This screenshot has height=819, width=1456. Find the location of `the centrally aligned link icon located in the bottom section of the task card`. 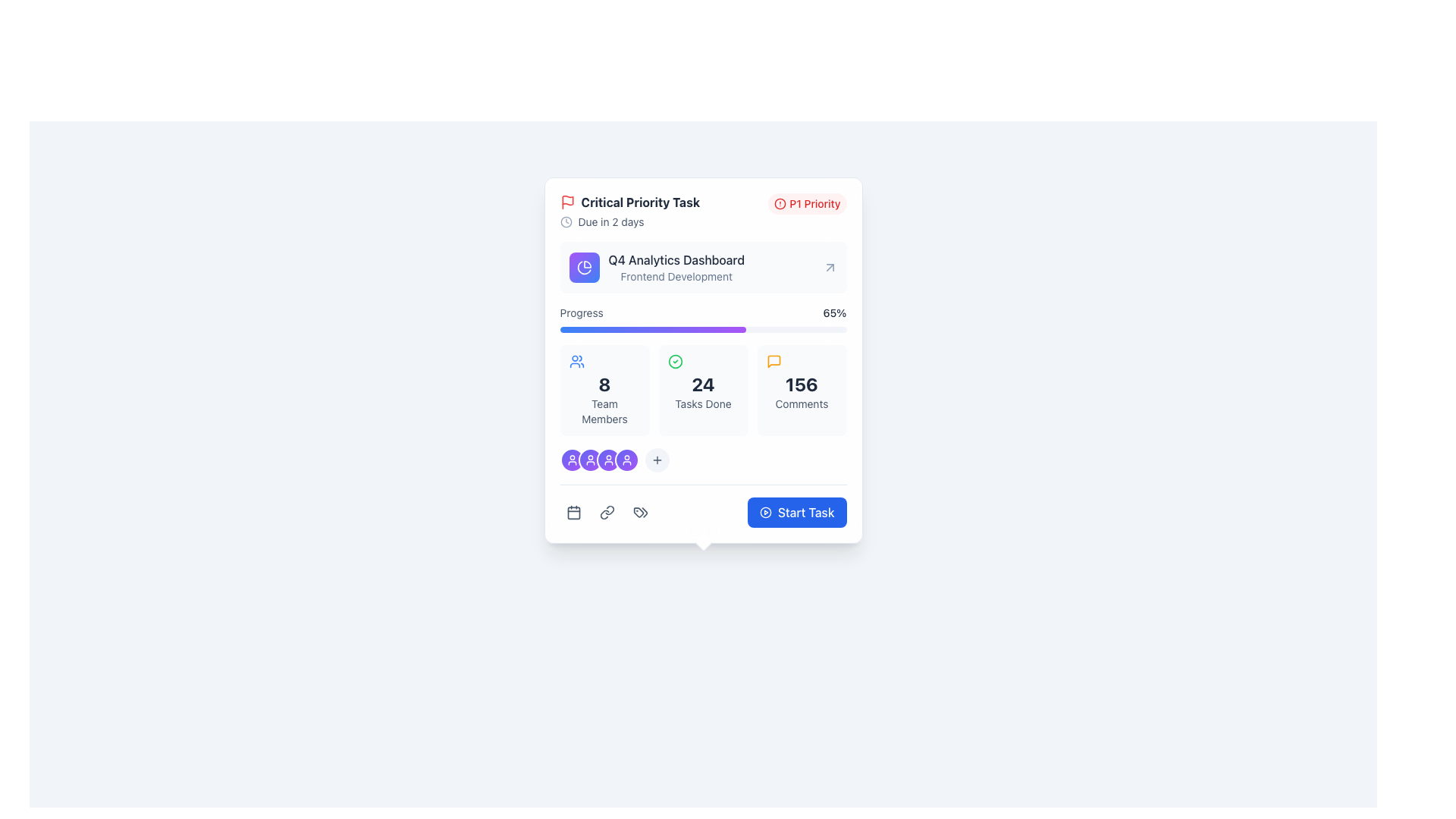

the centrally aligned link icon located in the bottom section of the task card is located at coordinates (607, 512).